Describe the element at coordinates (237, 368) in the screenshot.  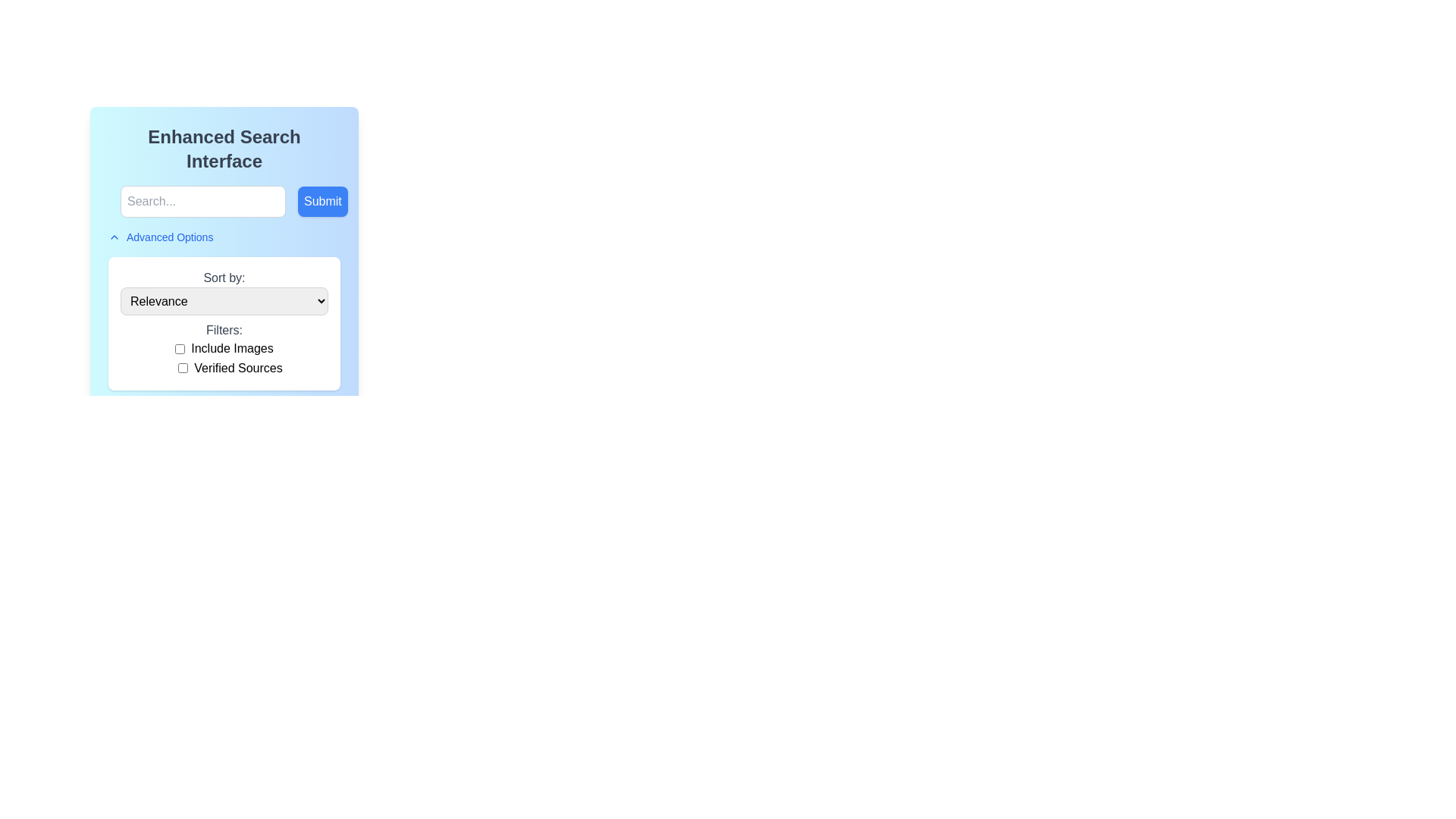
I see `text content of the label associated with the second checkbox option in the Filters section, which describes filtering results to include verified sources` at that location.